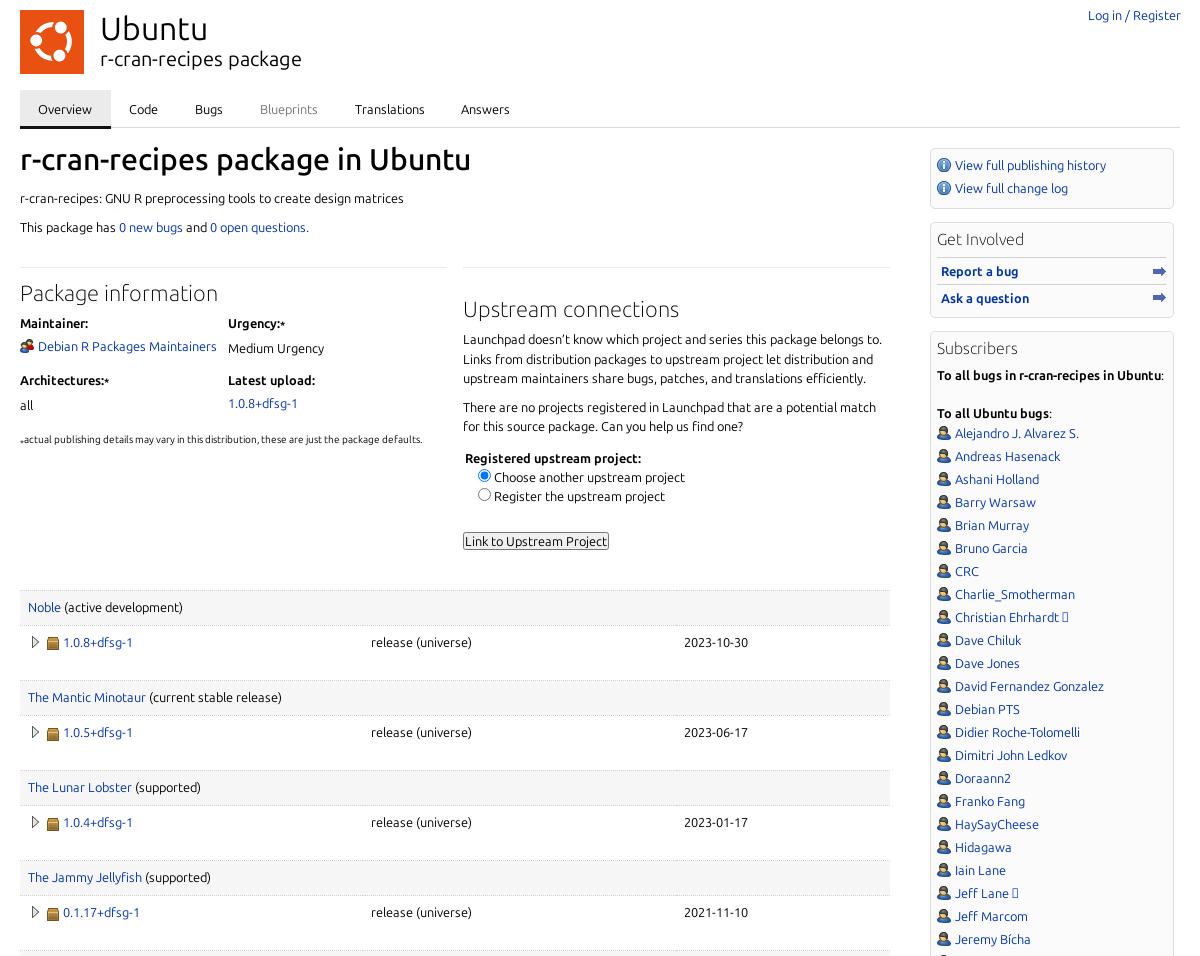 The width and height of the screenshot is (1200, 956). Describe the element at coordinates (954, 684) in the screenshot. I see `'David Fernandez Gonzalez'` at that location.